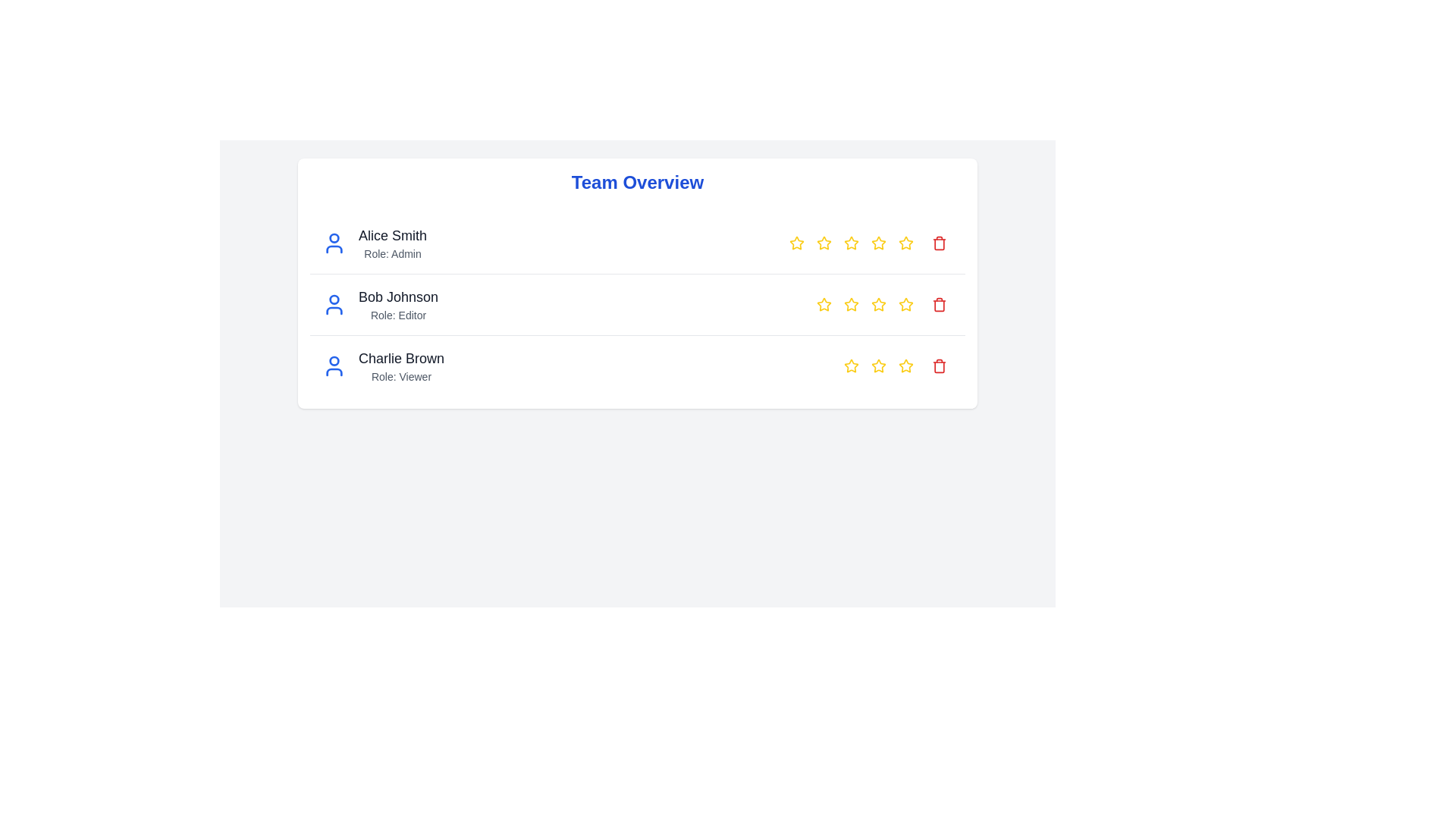 The image size is (1456, 819). Describe the element at coordinates (393, 236) in the screenshot. I see `name 'Alice Smith' displayed in the text label representing the user in the first row of the team members list, located to the right of the blue user profile icon and above the 'Role: Admin' label` at that location.